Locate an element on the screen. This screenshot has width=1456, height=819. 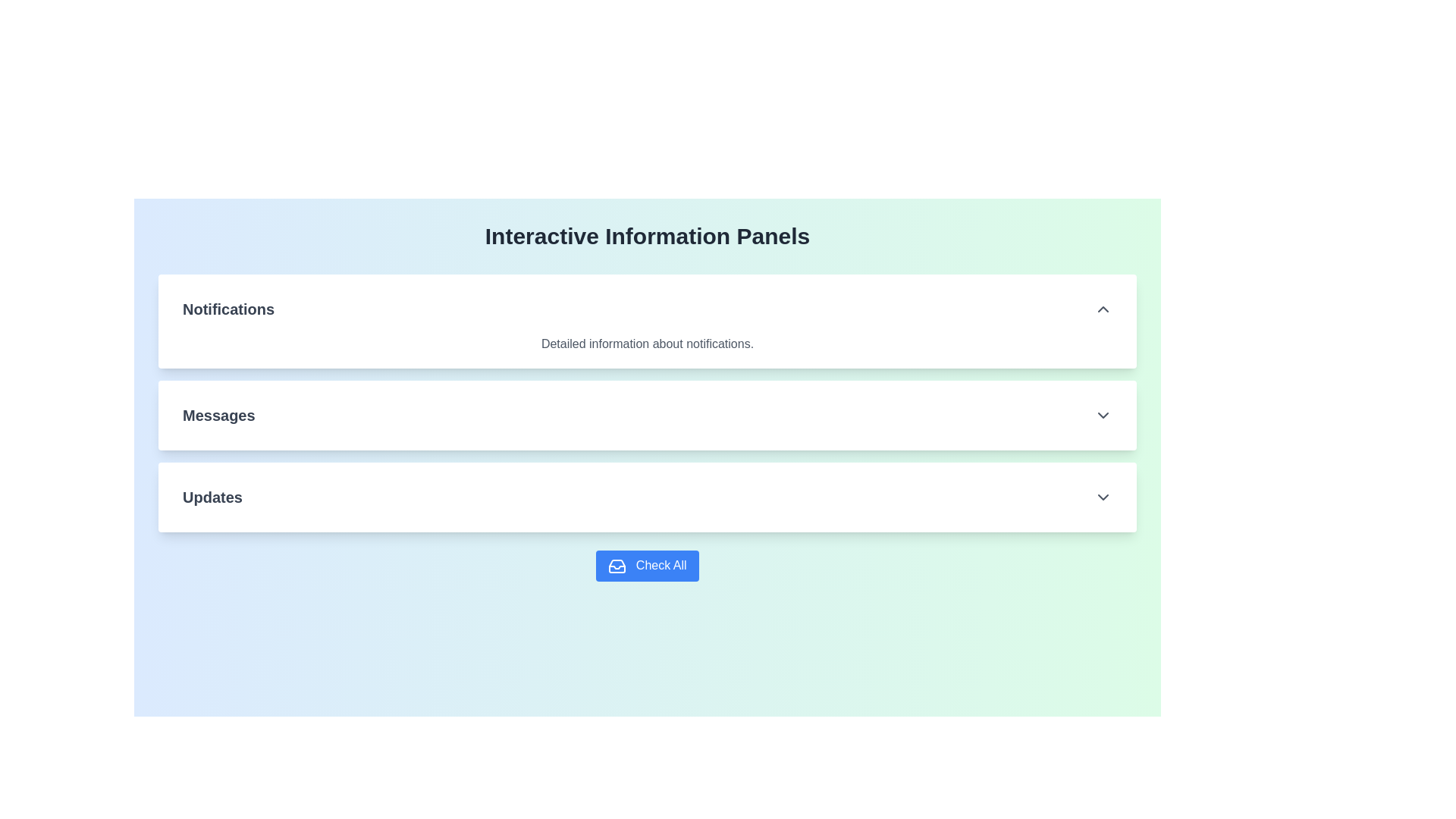
the inbox/check-all icon located to the left of the 'Check All' button at the bottom center of the interface for informational purposes is located at coordinates (617, 566).